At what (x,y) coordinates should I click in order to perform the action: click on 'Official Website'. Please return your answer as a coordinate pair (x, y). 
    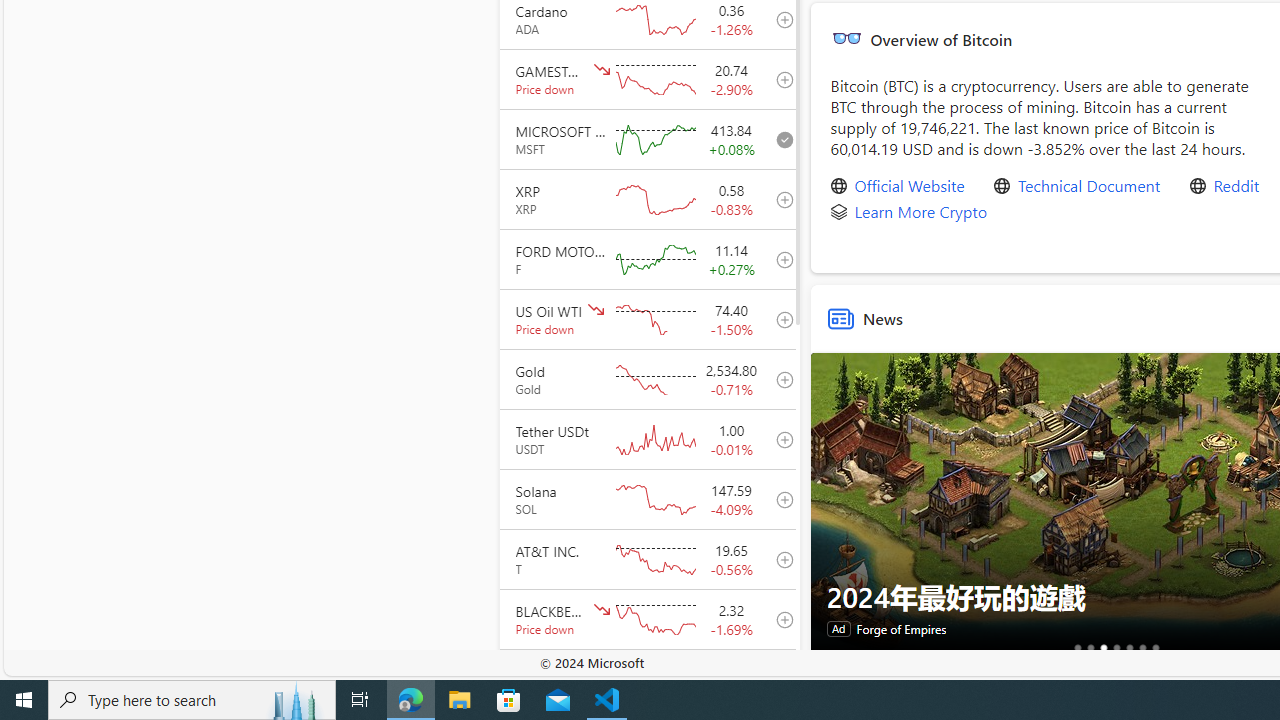
    Looking at the image, I should click on (908, 186).